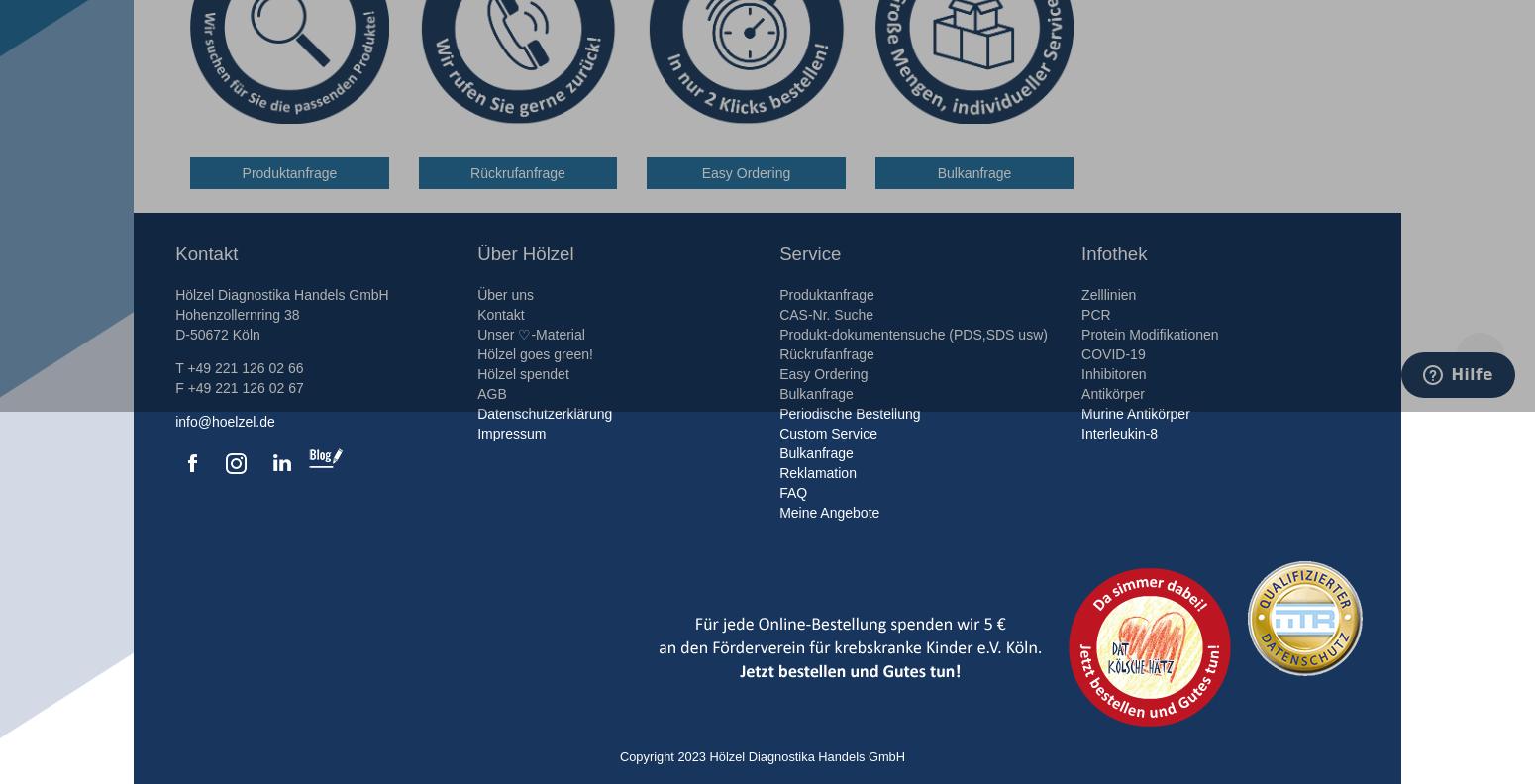 The width and height of the screenshot is (1535, 784). Describe the element at coordinates (524, 253) in the screenshot. I see `'Über Hölzel'` at that location.